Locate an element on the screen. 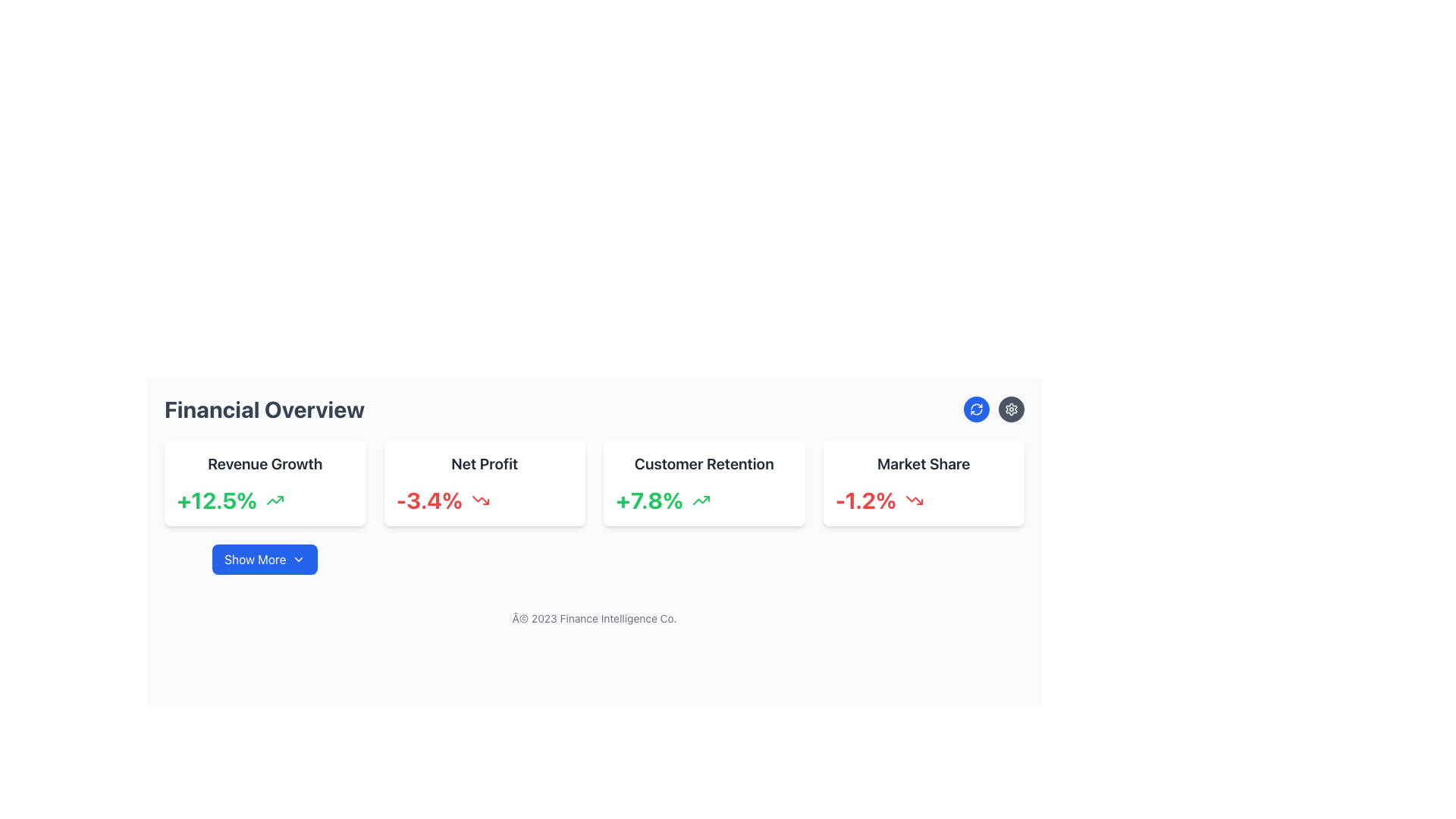 This screenshot has height=819, width=1456. the 'Show More' button with a blue background and white text located at the bottom of the financial metrics section is located at coordinates (265, 559).